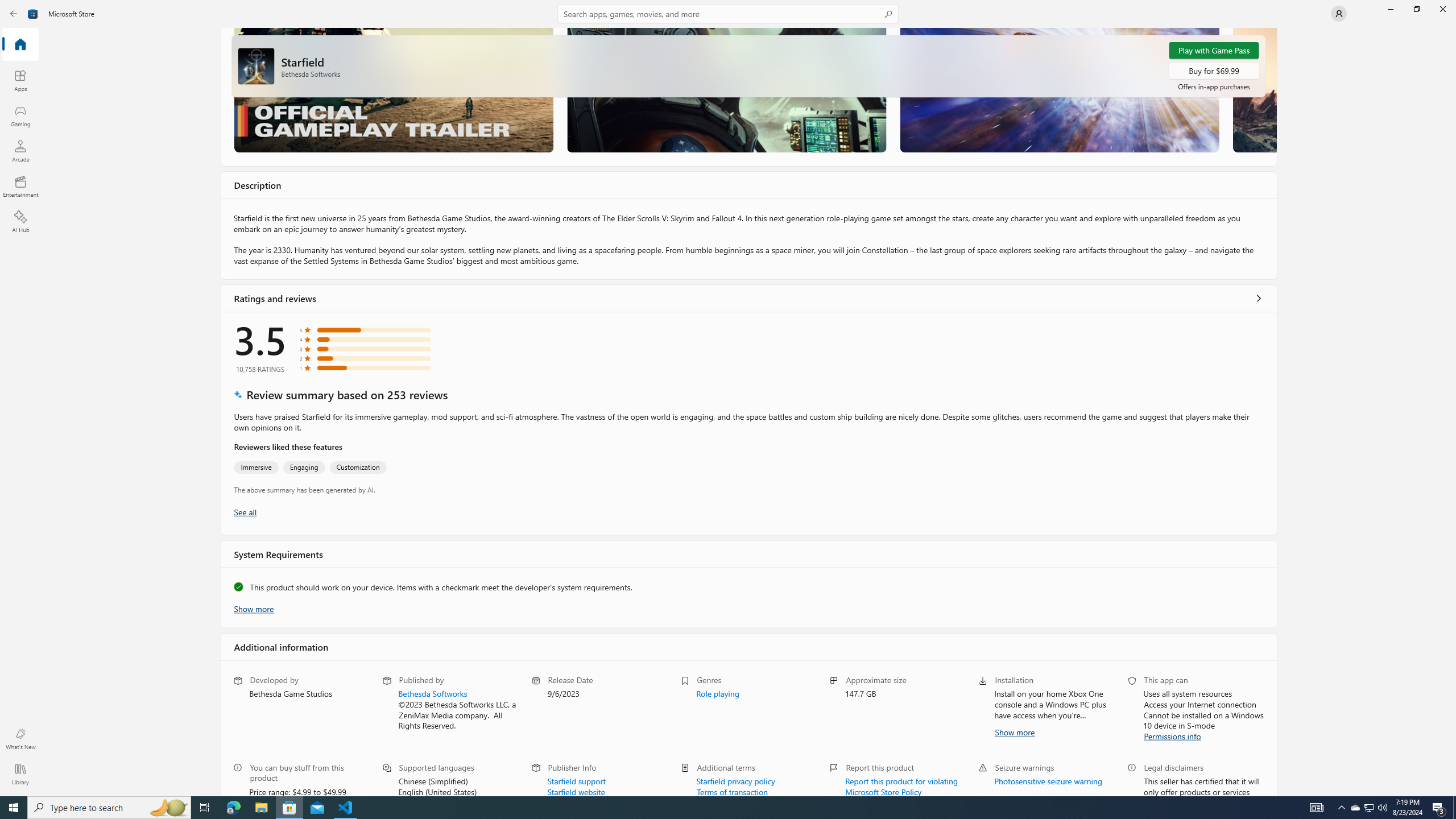 This screenshot has height=819, width=1456. I want to click on 'Starfield privacy policy', so click(735, 780).